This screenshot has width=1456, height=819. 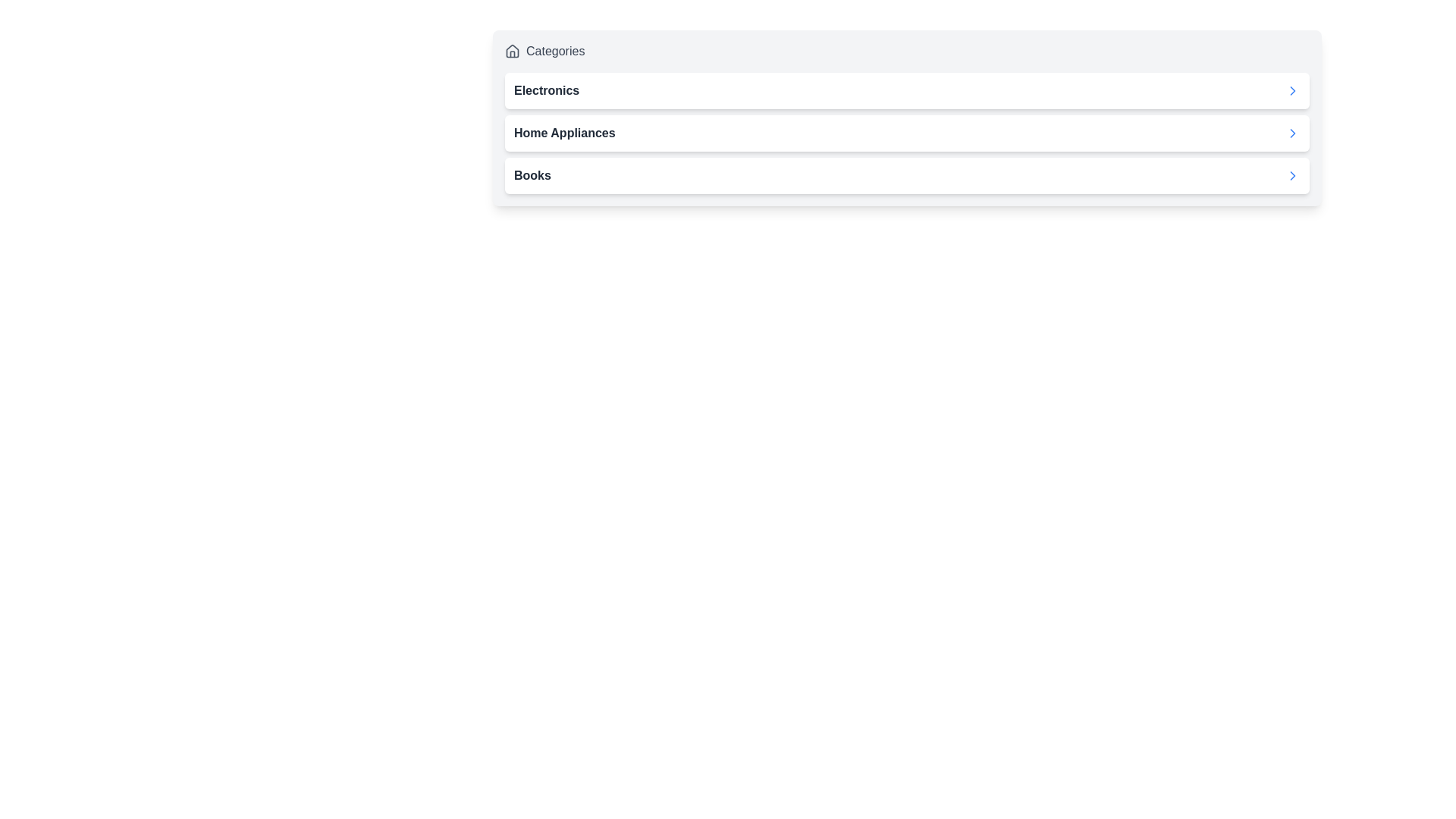 I want to click on the category name label located at the top left of the white card section, which is to the left of a small blue arrow icon, so click(x=546, y=90).